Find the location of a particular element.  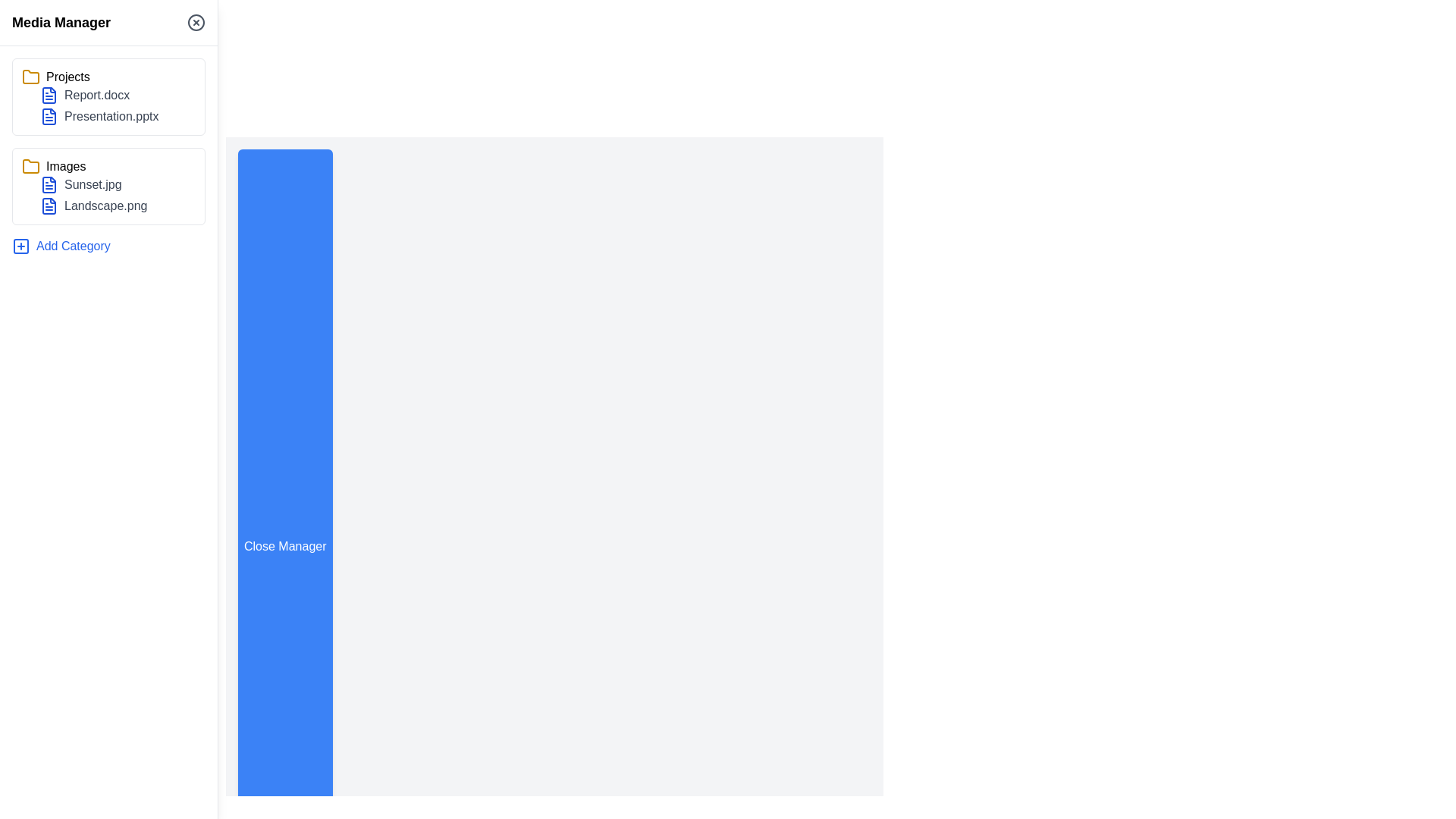

the 'Images' section in the Media Manager sidebar is located at coordinates (108, 186).